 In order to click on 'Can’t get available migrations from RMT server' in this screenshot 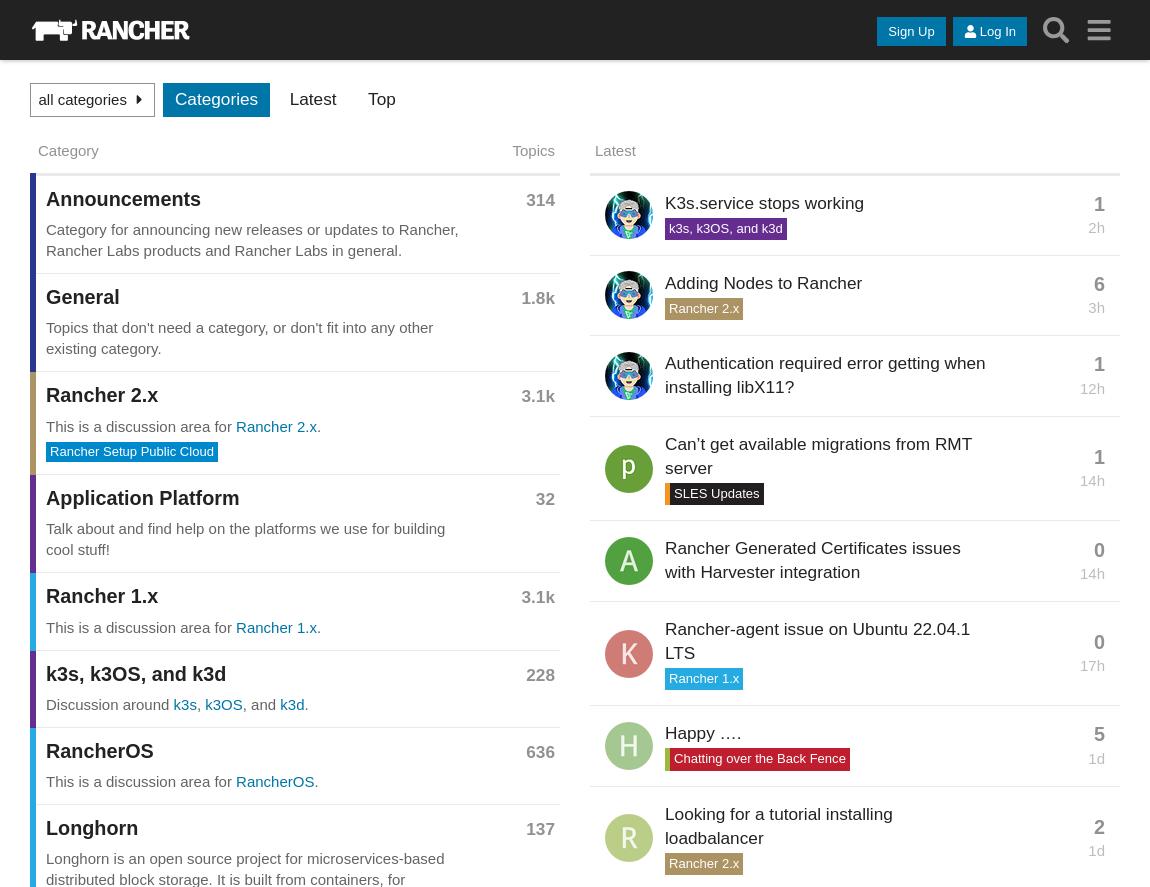, I will do `click(816, 455)`.